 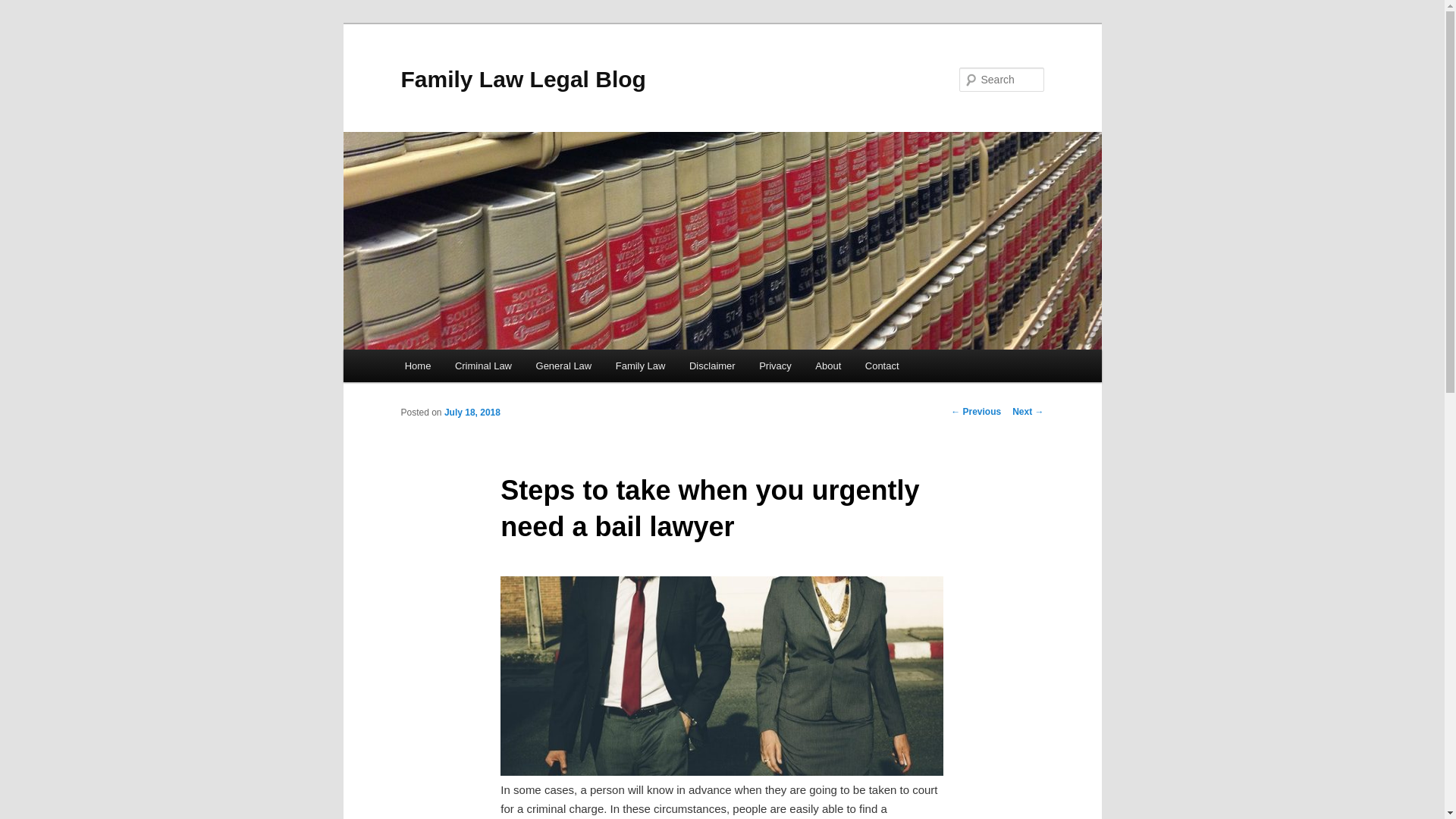 I want to click on 'Privacy', so click(x=775, y=366).